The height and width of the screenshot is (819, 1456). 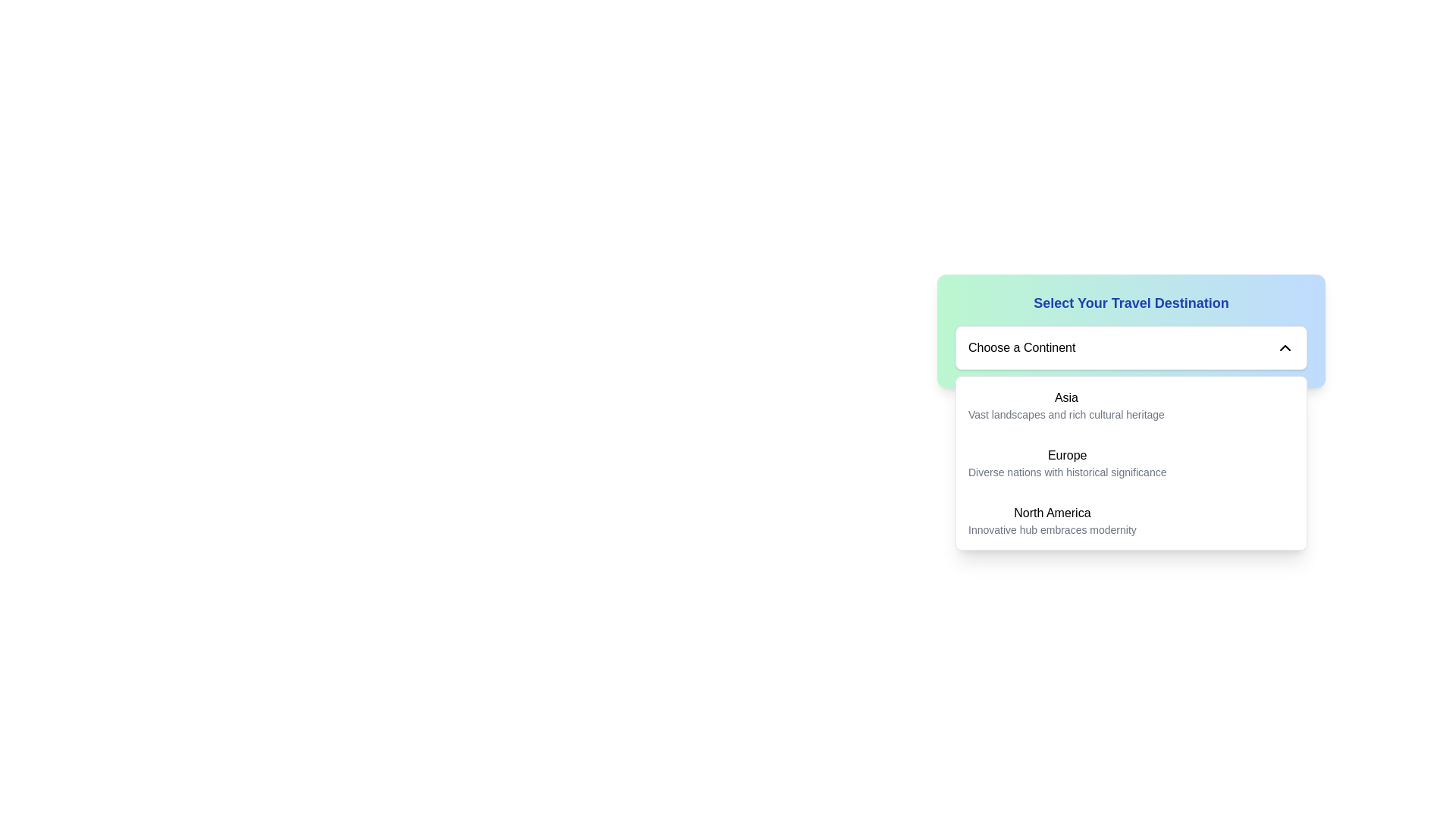 I want to click on the Dropdown arrow icon located at the rightmost side of the 'Choose a Continent' header, so click(x=1284, y=348).